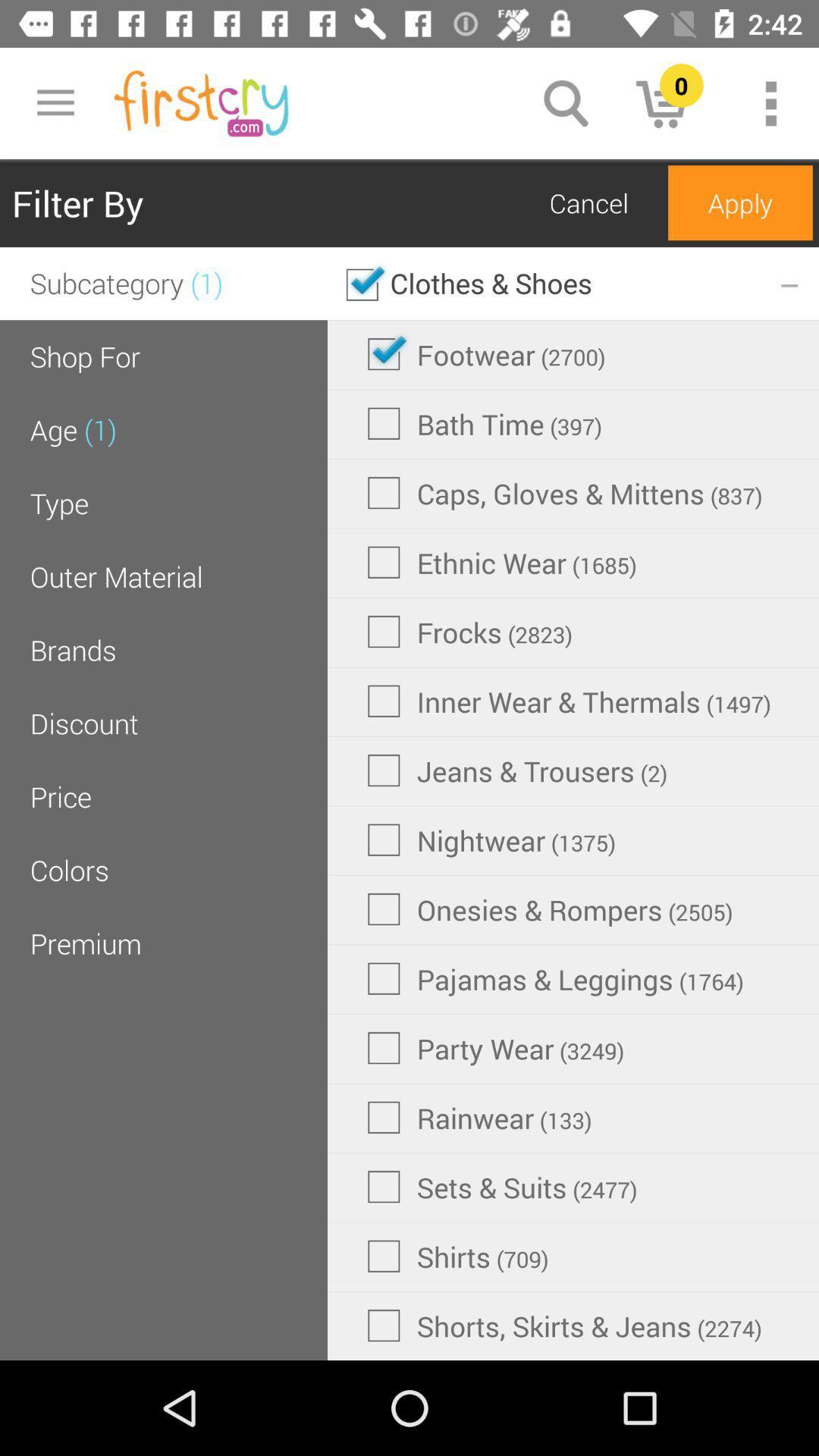 This screenshot has width=819, height=1456. What do you see at coordinates (555, 978) in the screenshot?
I see `item above party wear (3249)` at bounding box center [555, 978].